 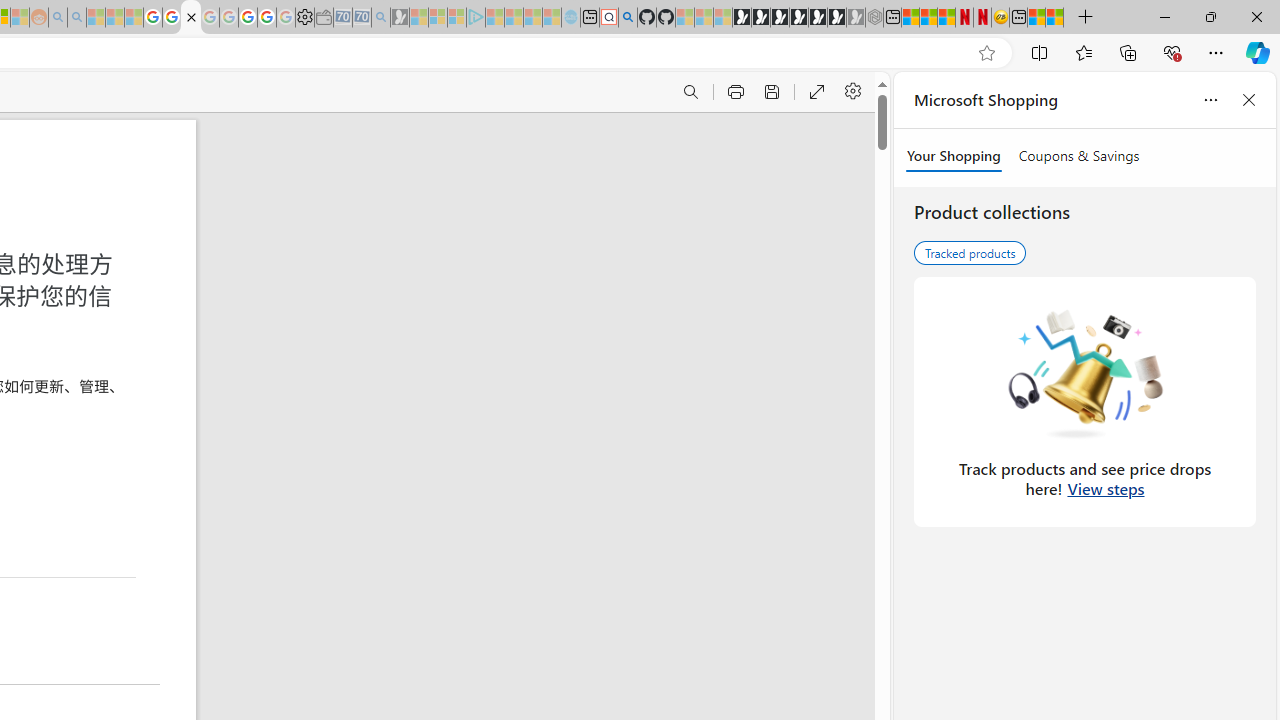 I want to click on 'google_privacy_policy_zh-CN.pdf', so click(x=190, y=17).